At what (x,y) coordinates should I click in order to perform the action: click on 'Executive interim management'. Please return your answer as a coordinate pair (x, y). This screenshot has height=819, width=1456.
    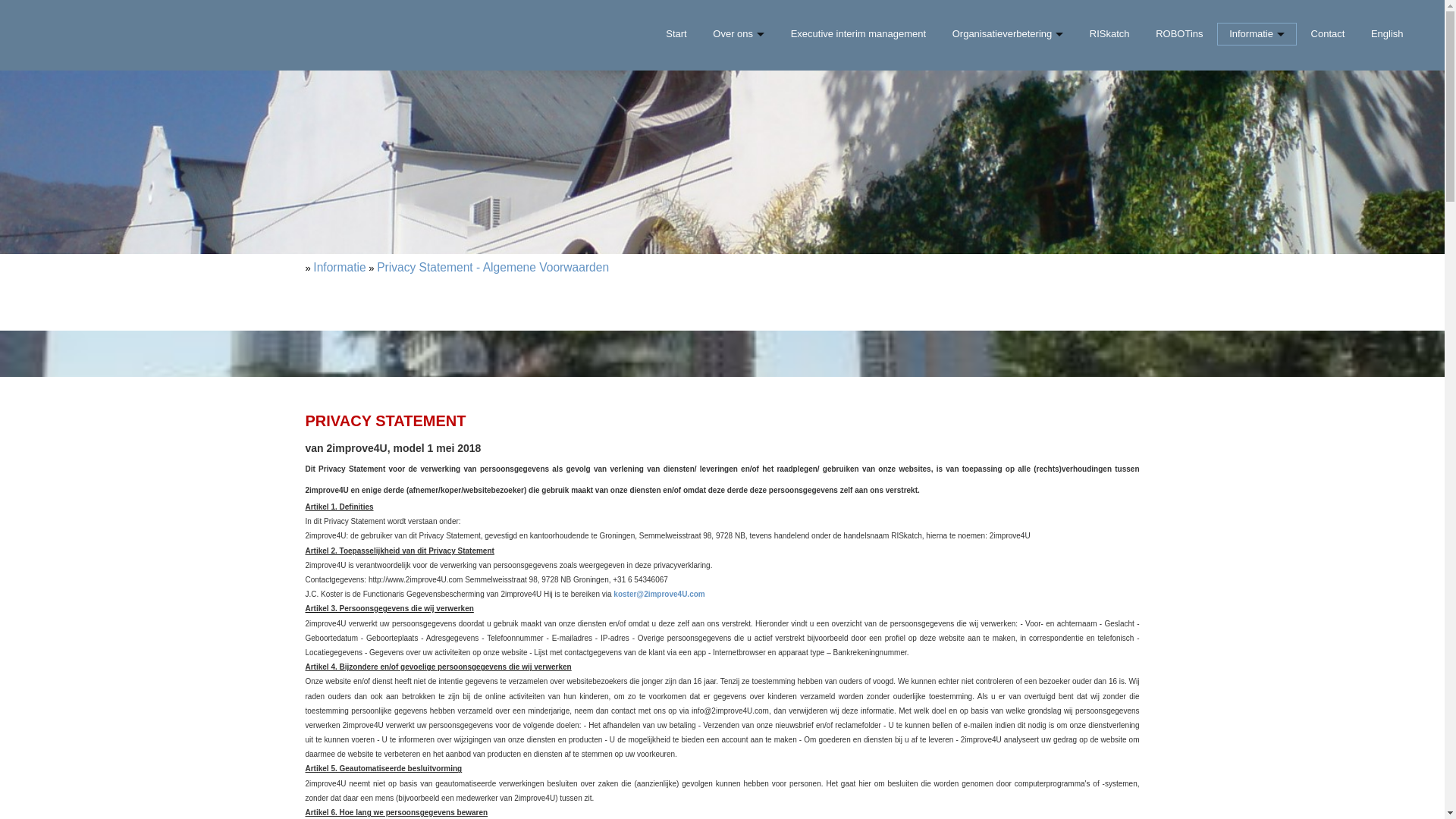
    Looking at the image, I should click on (779, 34).